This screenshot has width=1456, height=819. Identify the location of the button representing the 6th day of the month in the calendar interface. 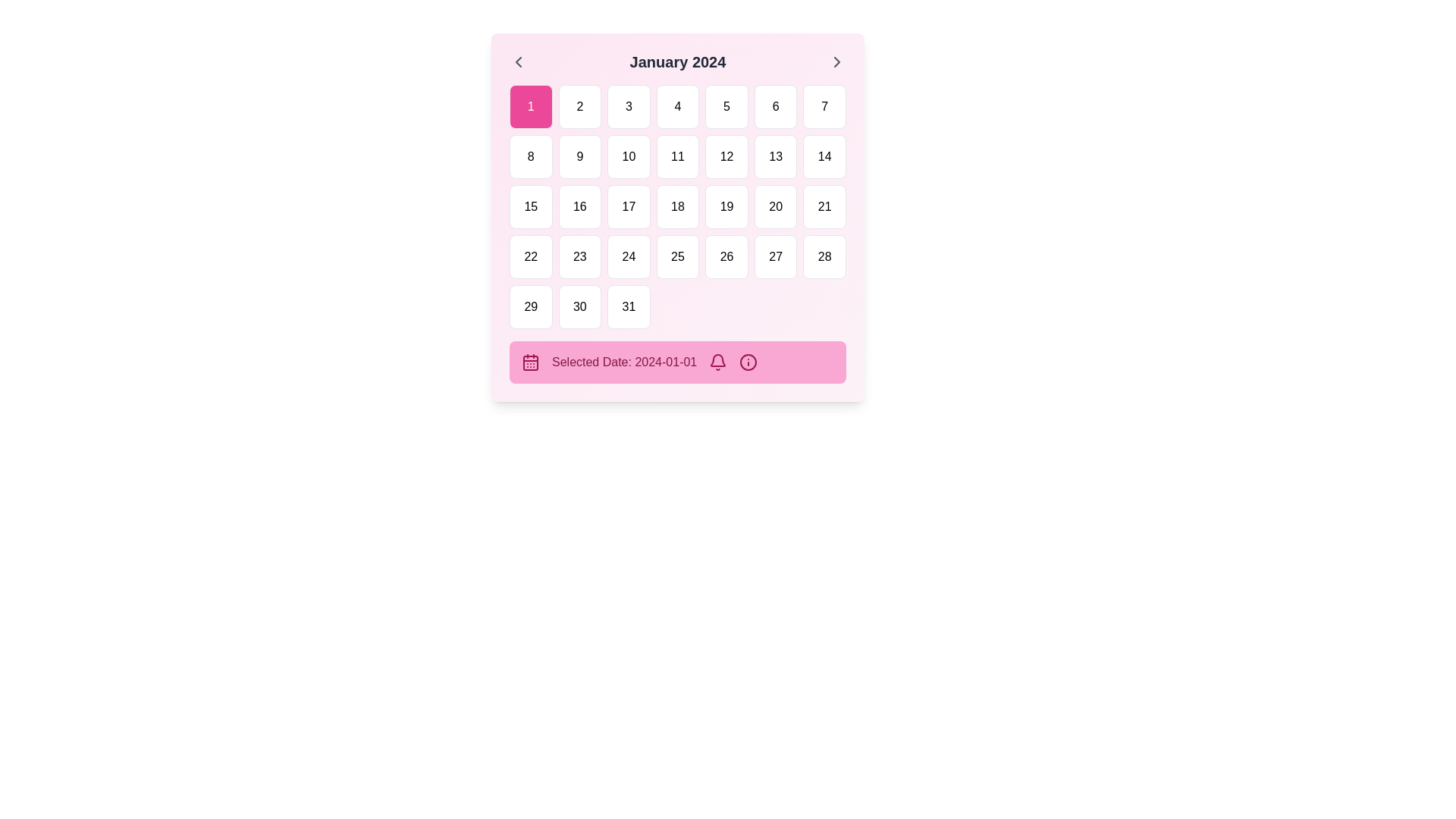
(776, 106).